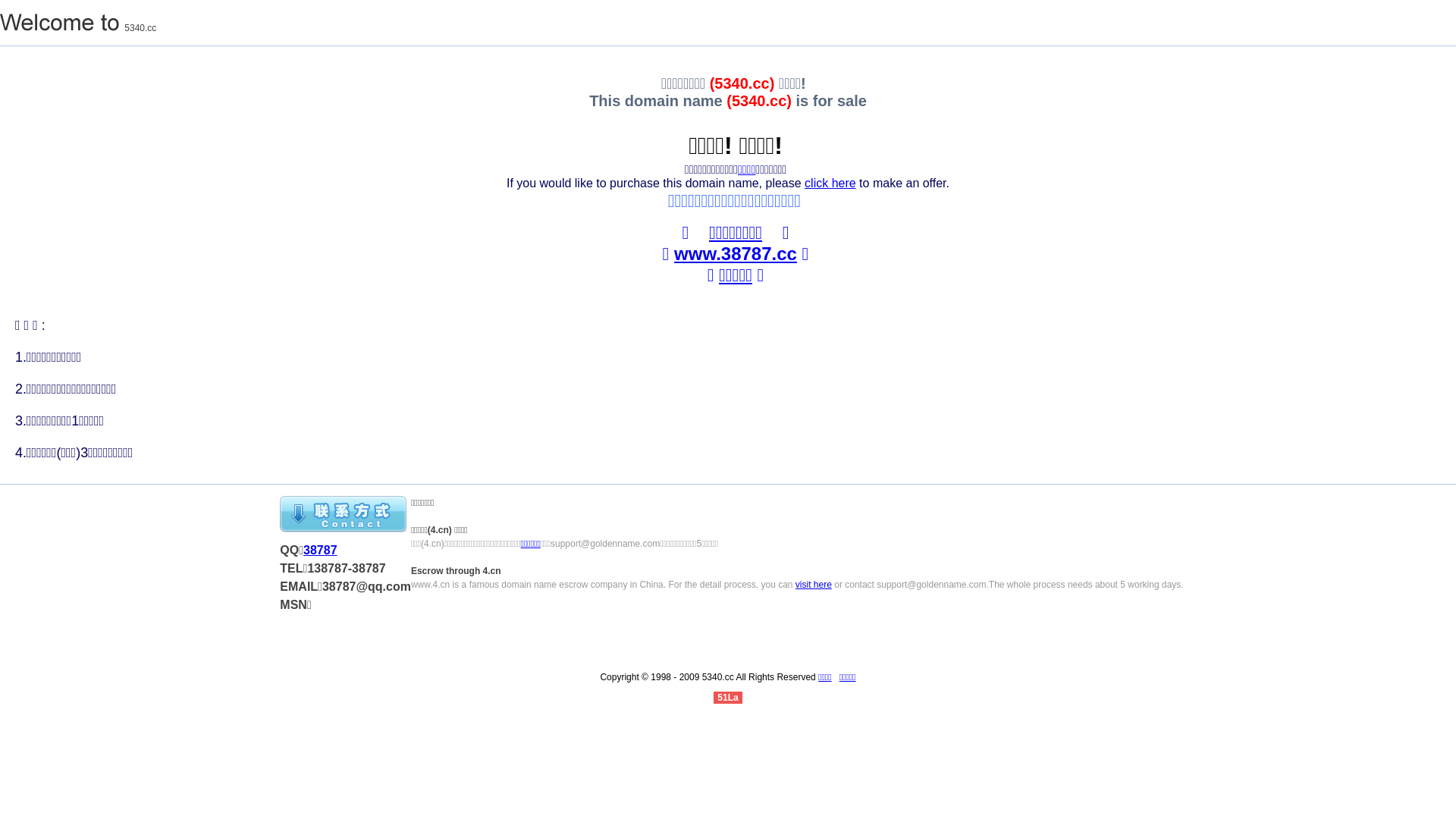  What do you see at coordinates (712, 698) in the screenshot?
I see `'51La'` at bounding box center [712, 698].